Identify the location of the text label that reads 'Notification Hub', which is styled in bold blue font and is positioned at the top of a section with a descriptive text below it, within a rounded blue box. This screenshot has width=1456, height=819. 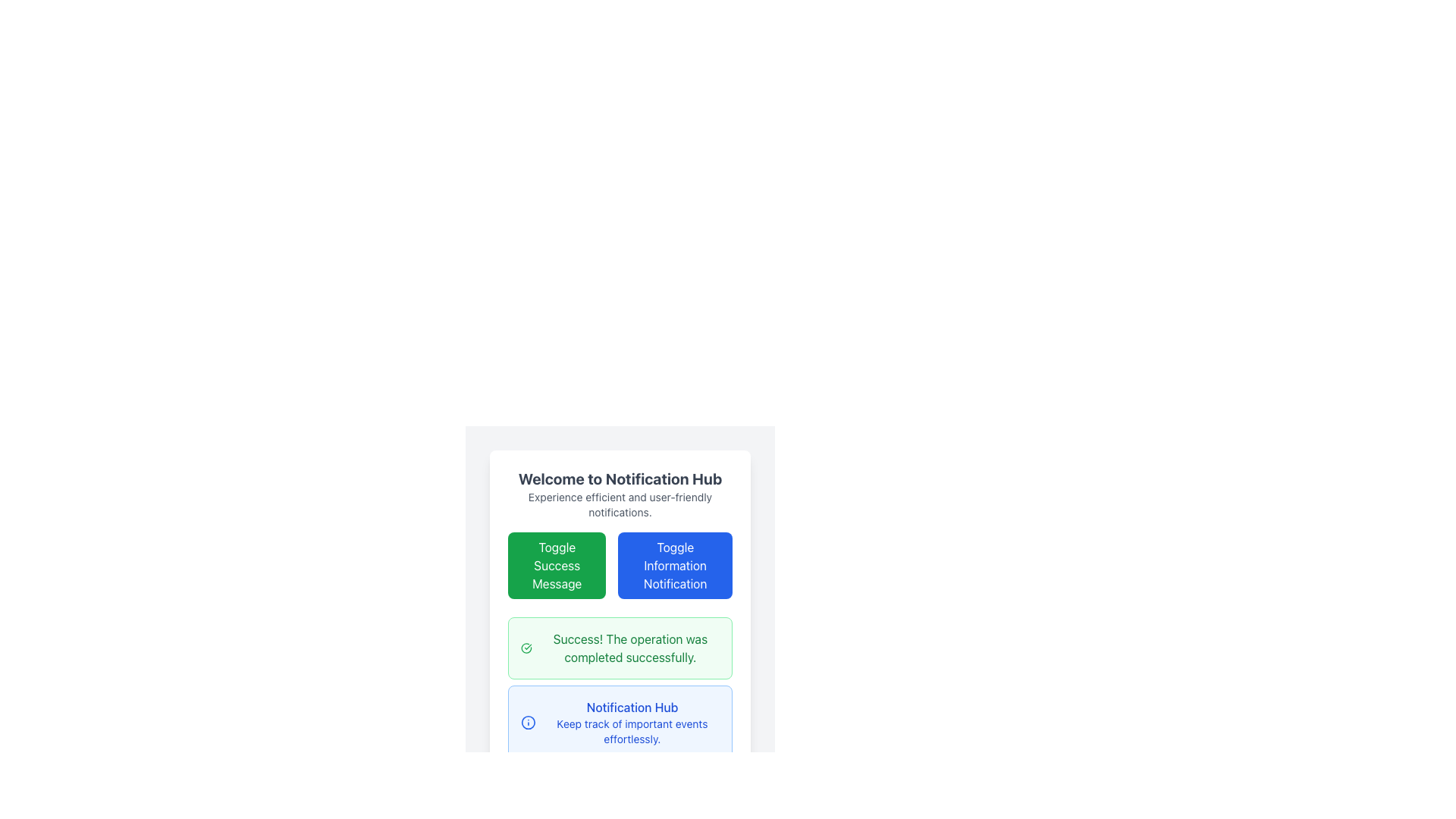
(632, 708).